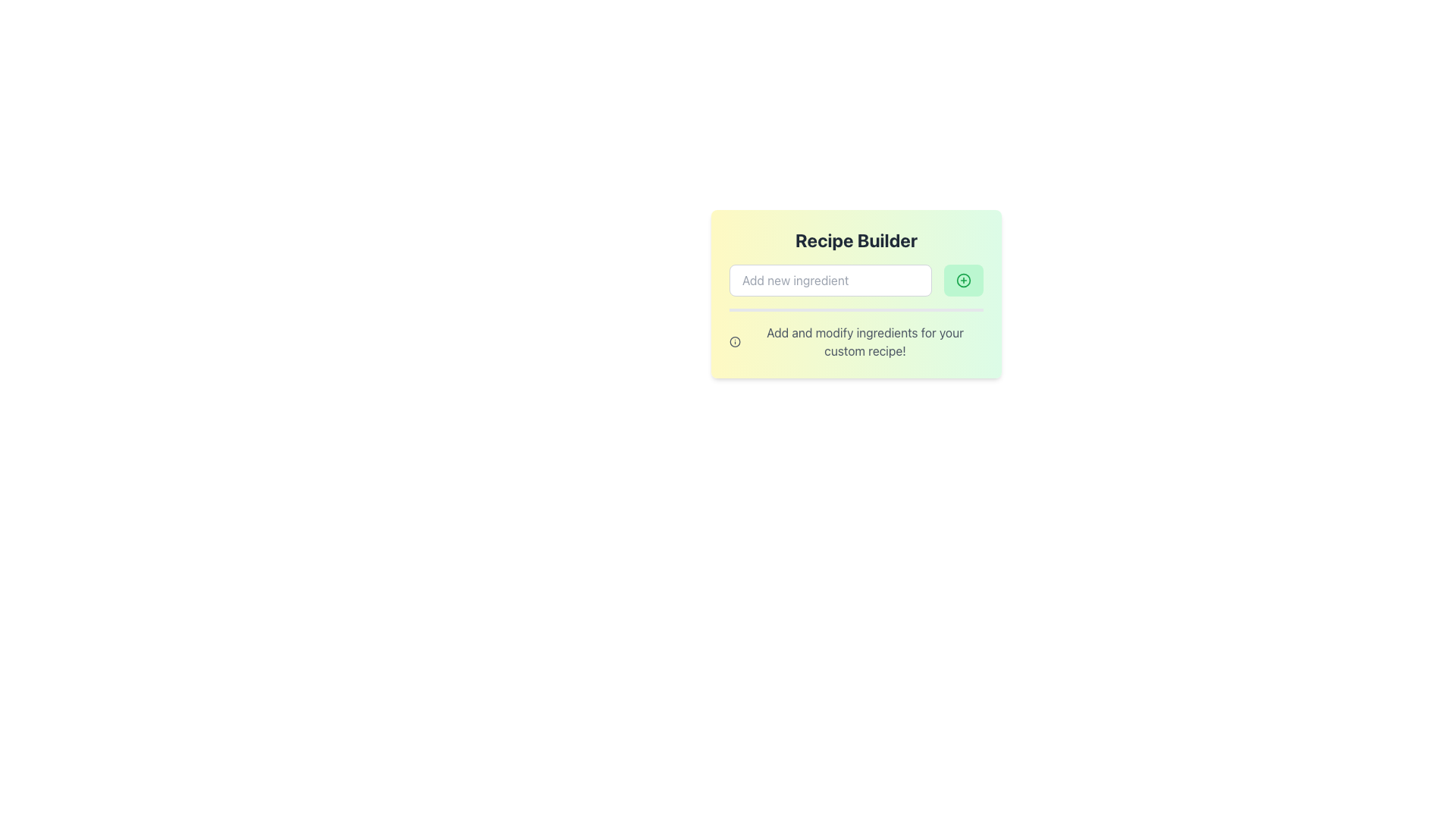 The width and height of the screenshot is (1456, 819). I want to click on informational text 'Add and modify ingredients for your custom recipe!' located in the section beneath the 'Recipe Builder' header and the ingredient input field, so click(856, 342).